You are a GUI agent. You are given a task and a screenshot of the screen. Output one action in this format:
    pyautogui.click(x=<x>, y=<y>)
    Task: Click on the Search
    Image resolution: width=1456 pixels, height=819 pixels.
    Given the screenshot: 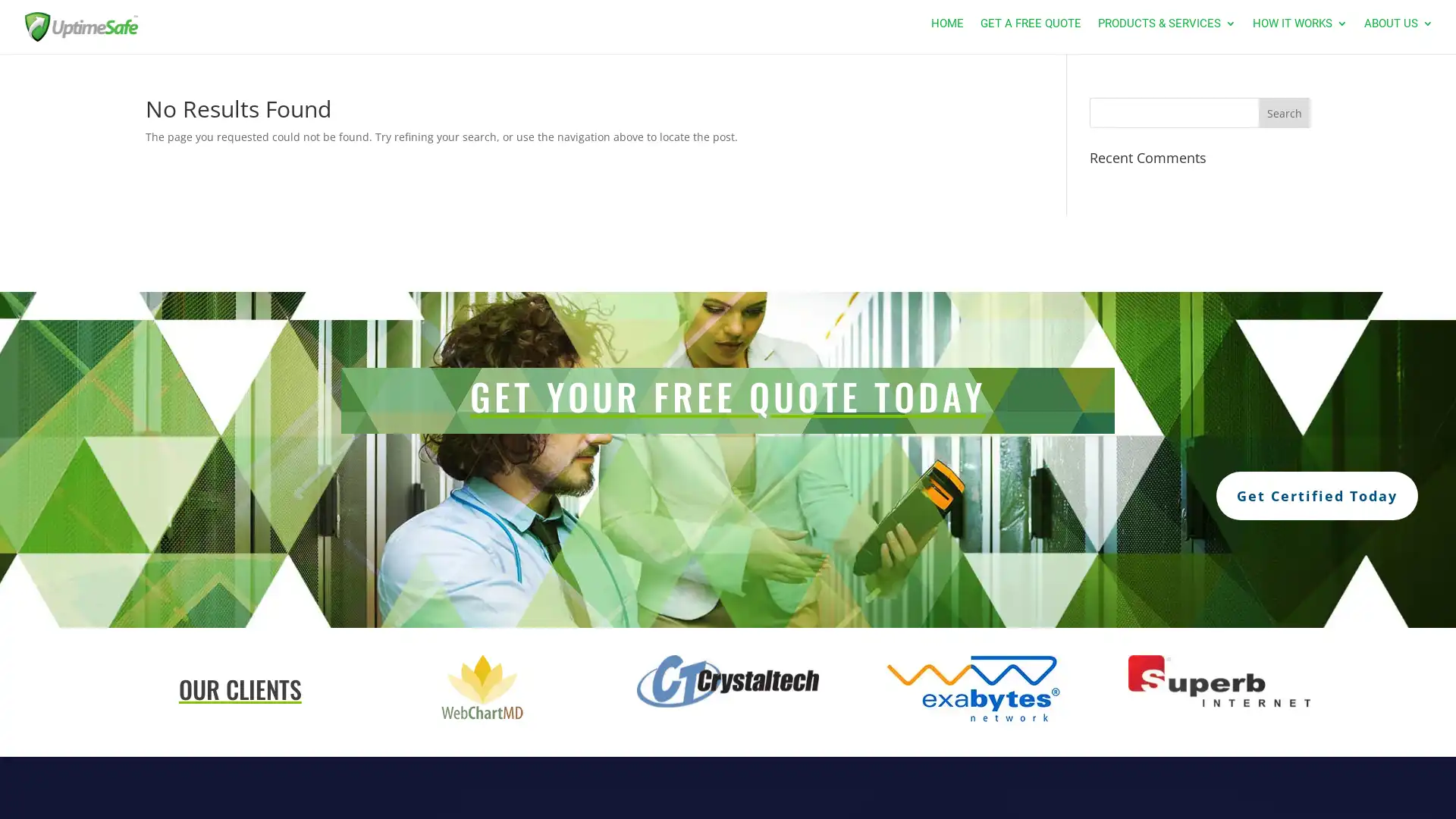 What is the action you would take?
    pyautogui.click(x=1283, y=112)
    